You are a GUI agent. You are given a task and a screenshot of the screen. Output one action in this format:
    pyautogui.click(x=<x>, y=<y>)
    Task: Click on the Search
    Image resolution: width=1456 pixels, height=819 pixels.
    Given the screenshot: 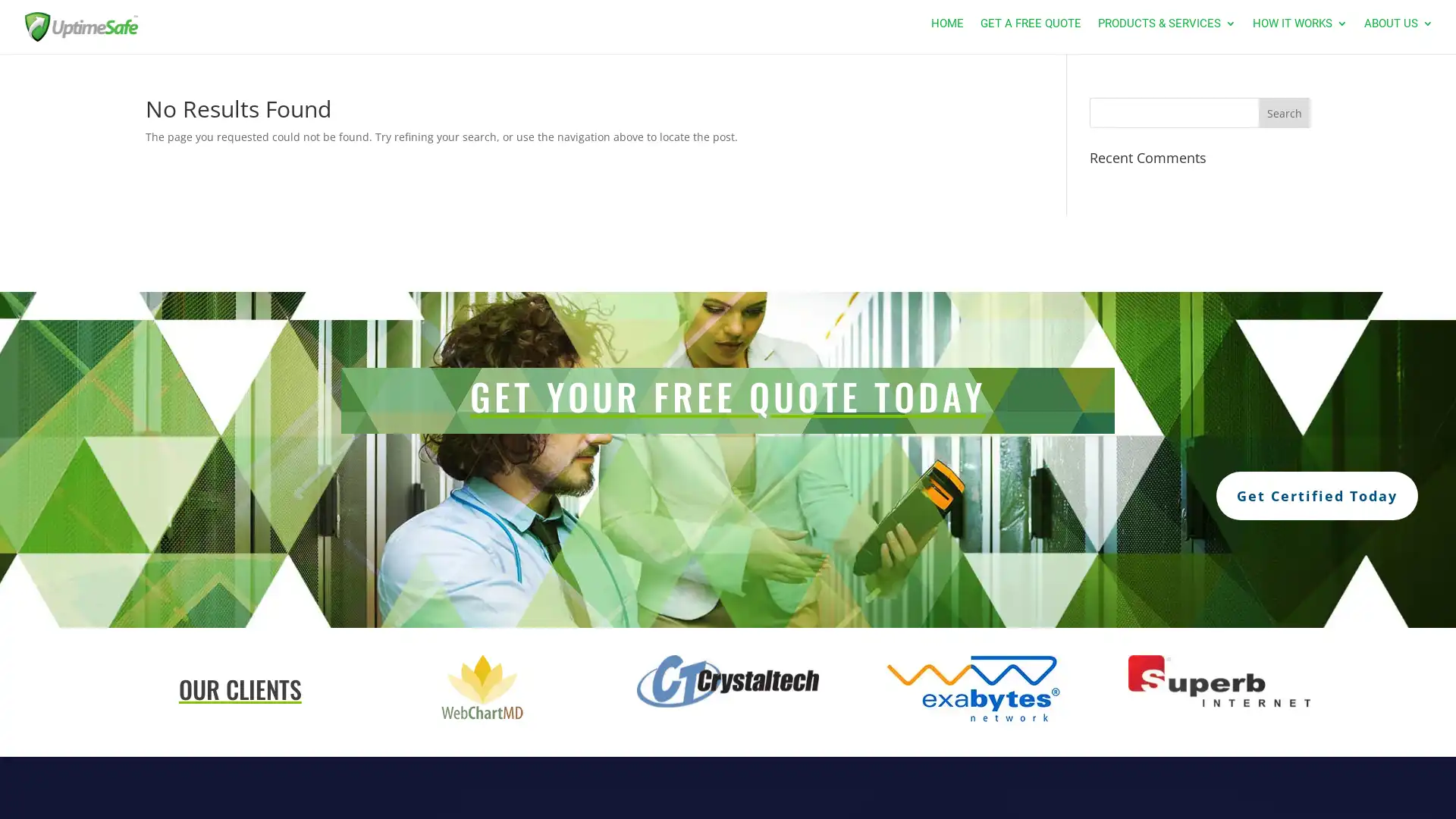 What is the action you would take?
    pyautogui.click(x=1283, y=112)
    